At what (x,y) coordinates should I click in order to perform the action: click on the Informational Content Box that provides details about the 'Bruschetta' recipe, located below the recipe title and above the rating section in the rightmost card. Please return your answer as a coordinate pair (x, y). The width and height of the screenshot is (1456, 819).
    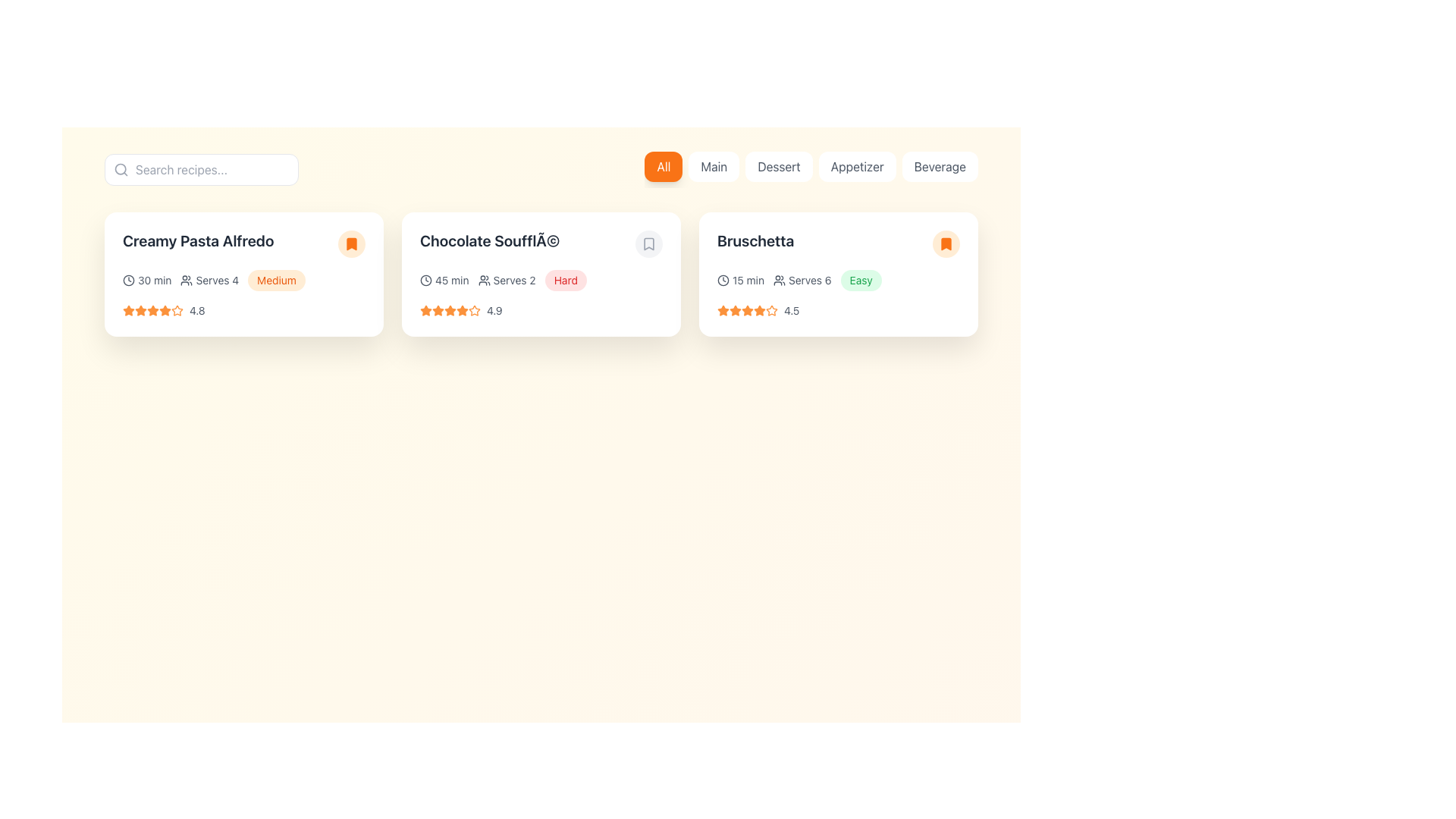
    Looking at the image, I should click on (837, 281).